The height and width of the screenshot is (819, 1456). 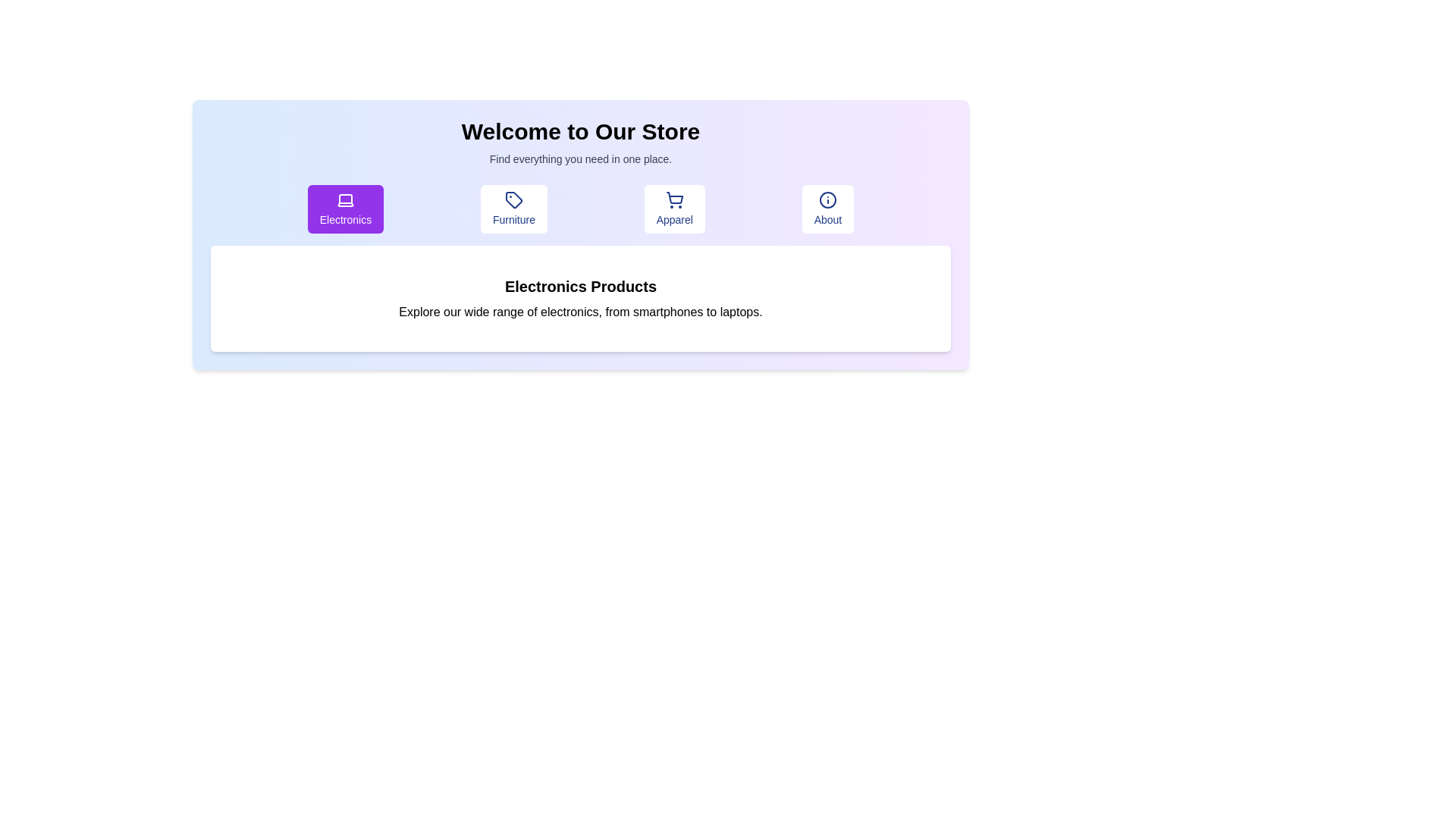 I want to click on the tag-shaped SVG icon located within the category options panel, positioned between the 'Electronics' and 'Apparel' category buttons, so click(x=513, y=199).